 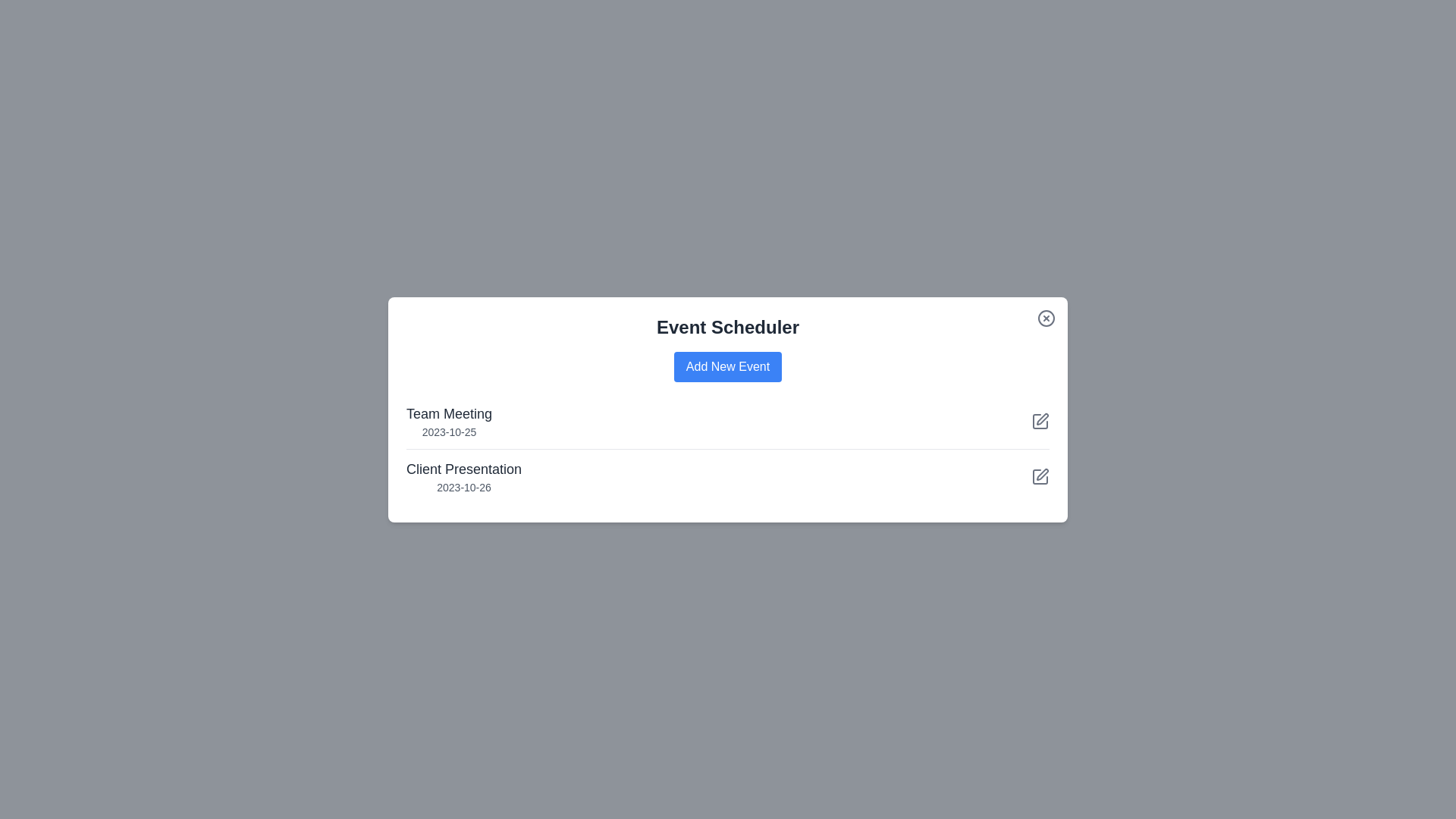 I want to click on the pencil icon button in the upper-right corner of the 'Team Meeting 2023-10-25' section to initiate editing, so click(x=1040, y=421).